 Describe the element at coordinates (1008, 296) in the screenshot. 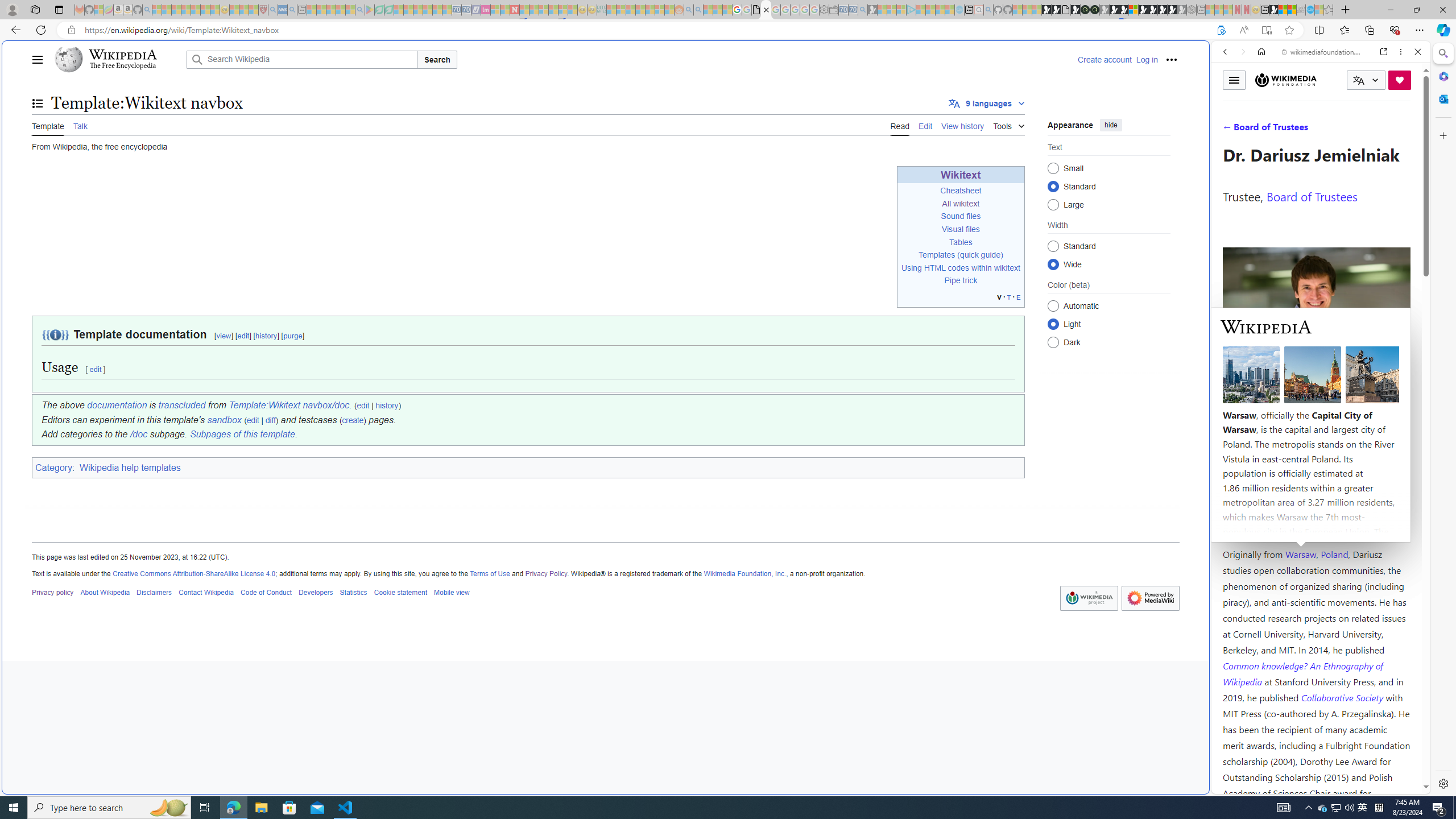

I see `'t'` at that location.